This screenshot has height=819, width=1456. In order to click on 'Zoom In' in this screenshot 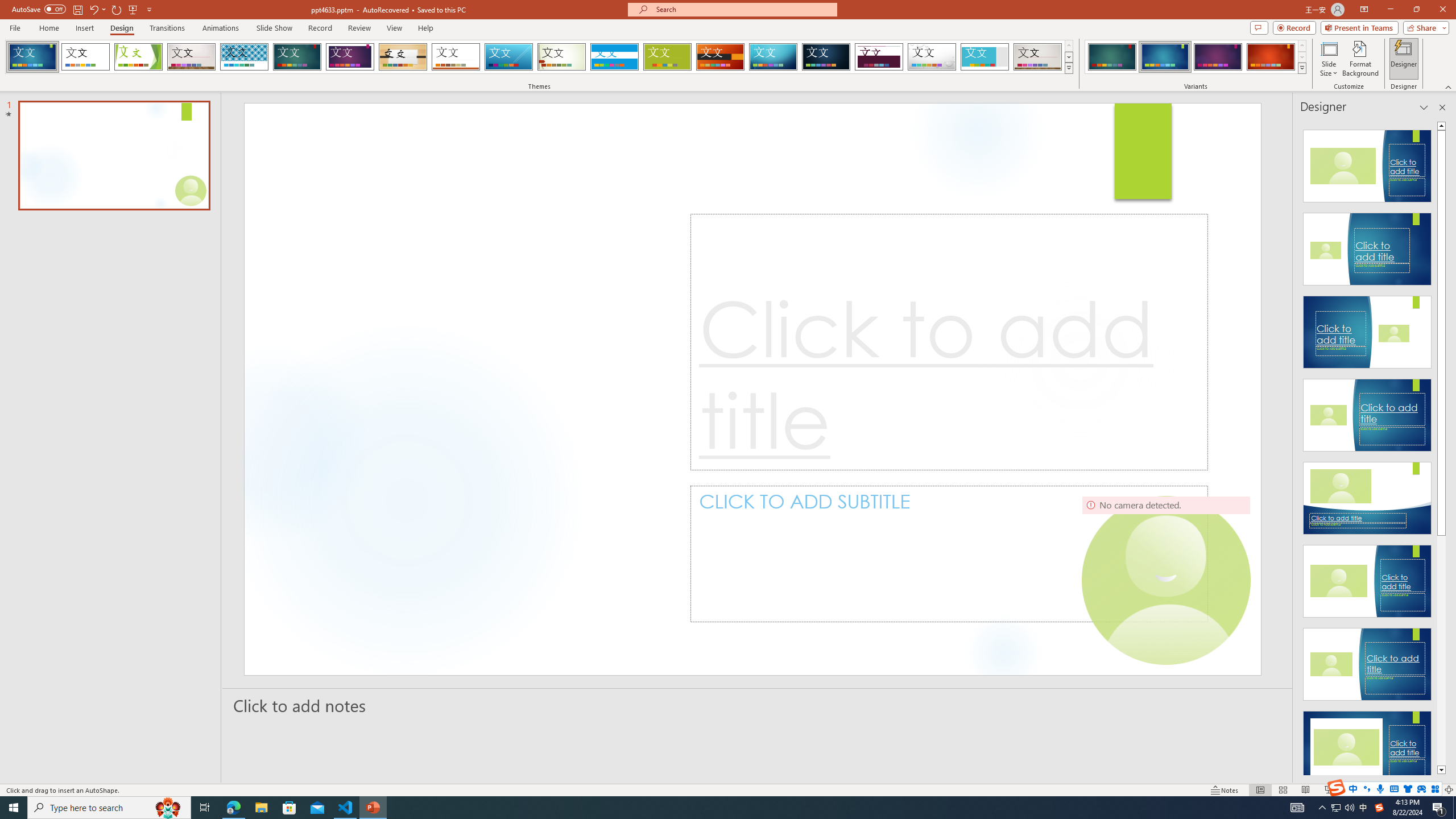, I will do `click(1412, 790)`.